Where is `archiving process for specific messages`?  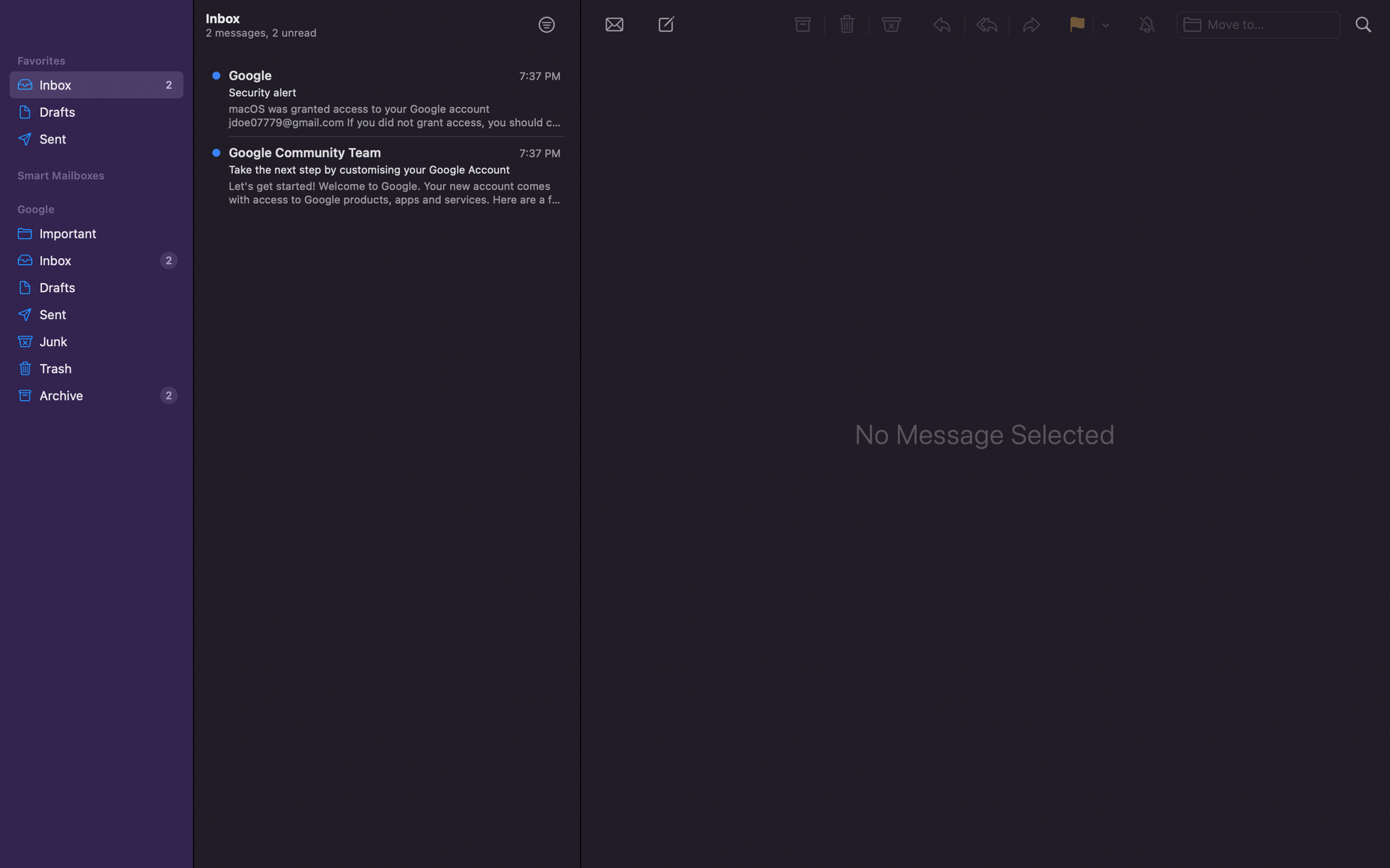 archiving process for specific messages is located at coordinates (802, 25).